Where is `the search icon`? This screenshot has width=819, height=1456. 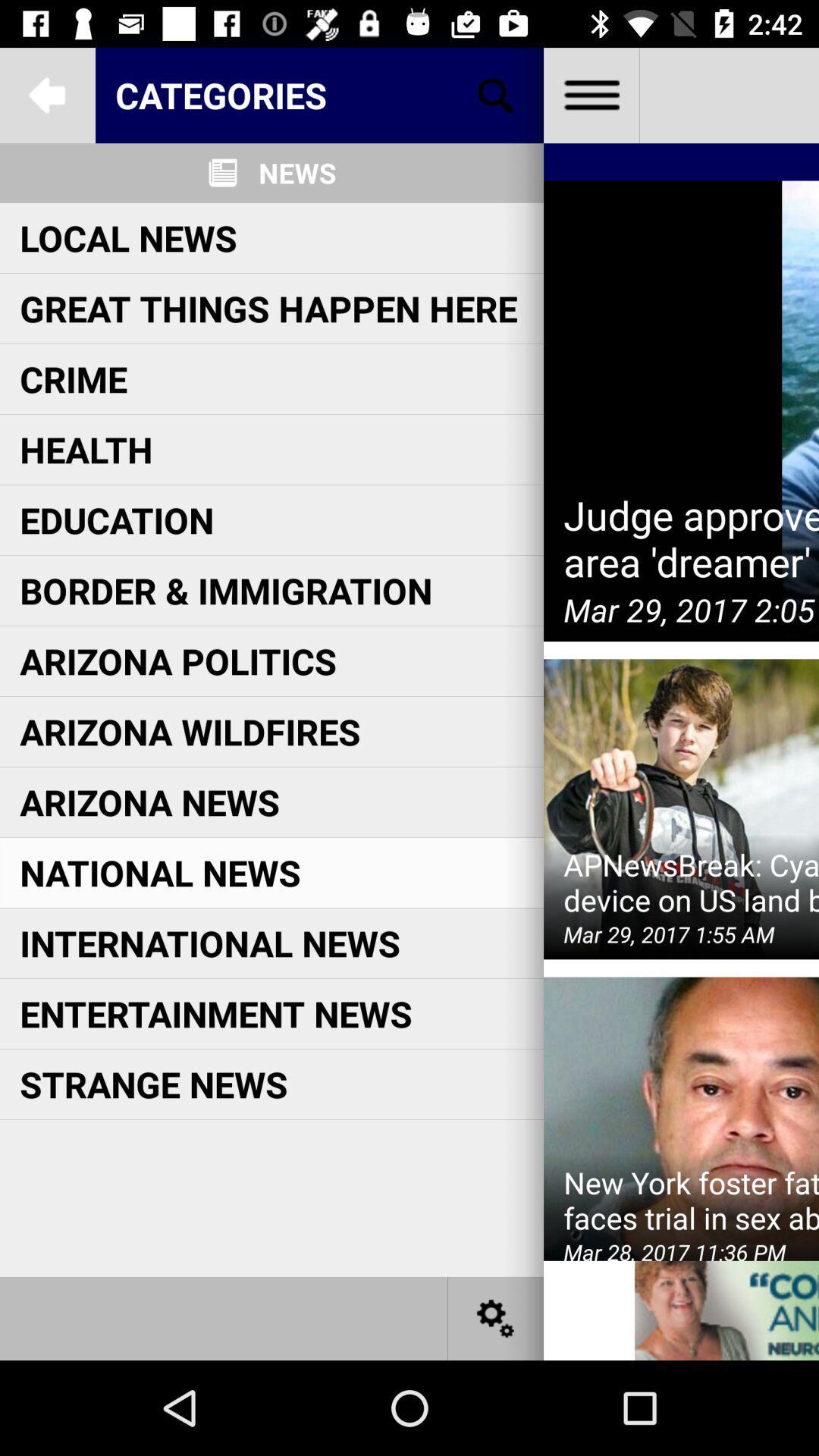 the search icon is located at coordinates (496, 94).